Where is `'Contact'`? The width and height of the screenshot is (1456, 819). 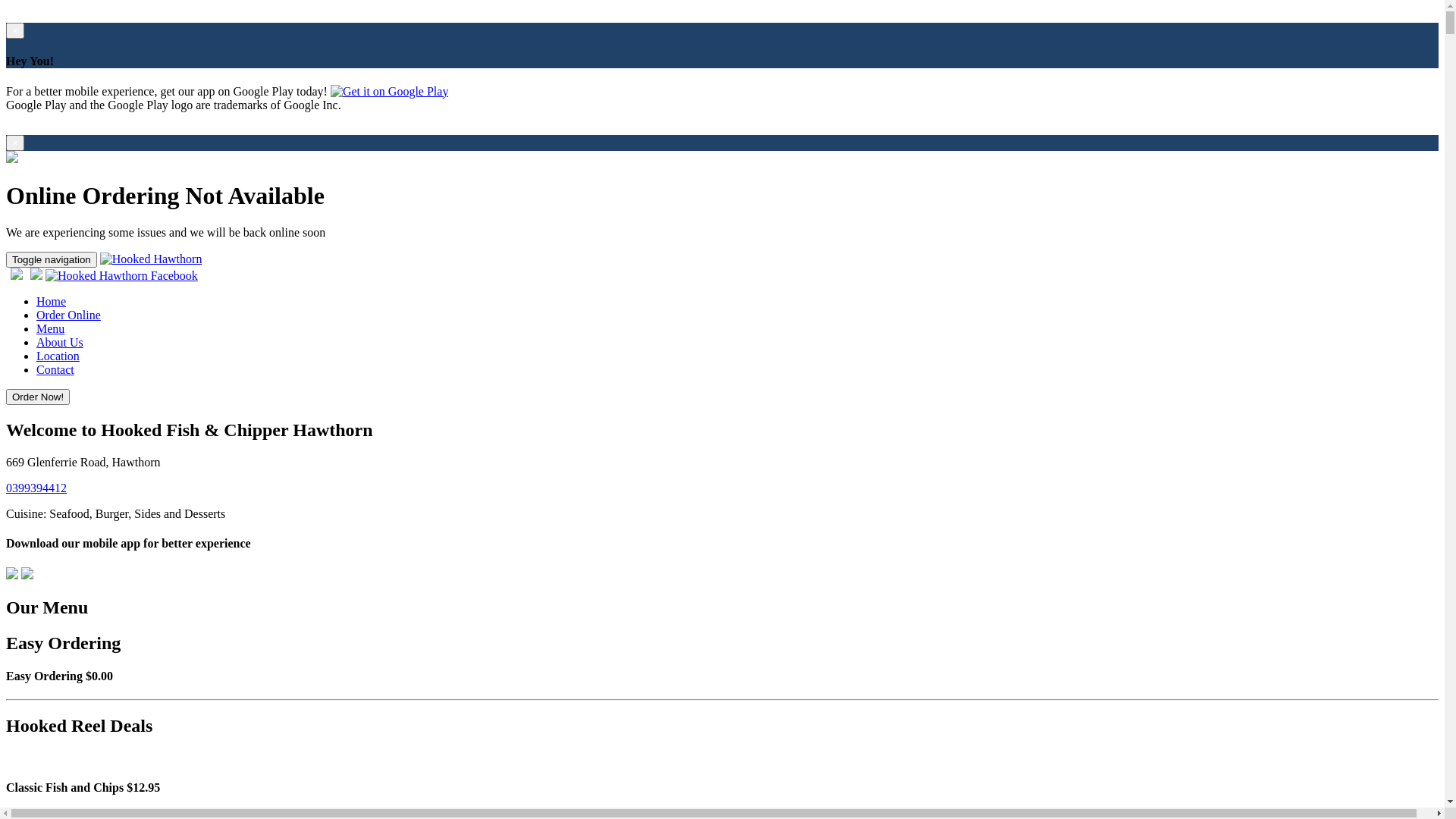 'Contact' is located at coordinates (55, 369).